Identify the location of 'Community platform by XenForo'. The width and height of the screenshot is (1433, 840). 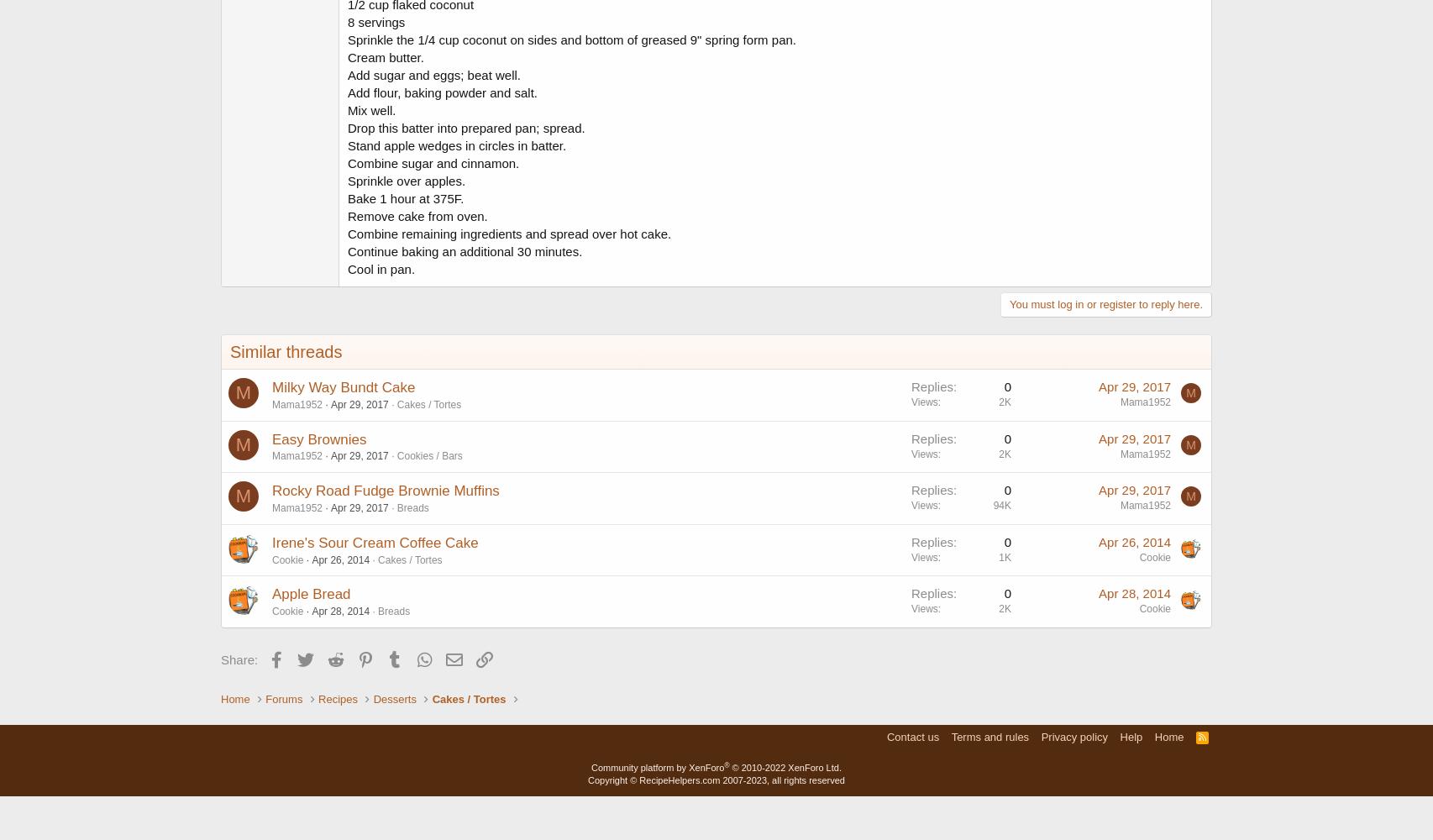
(657, 767).